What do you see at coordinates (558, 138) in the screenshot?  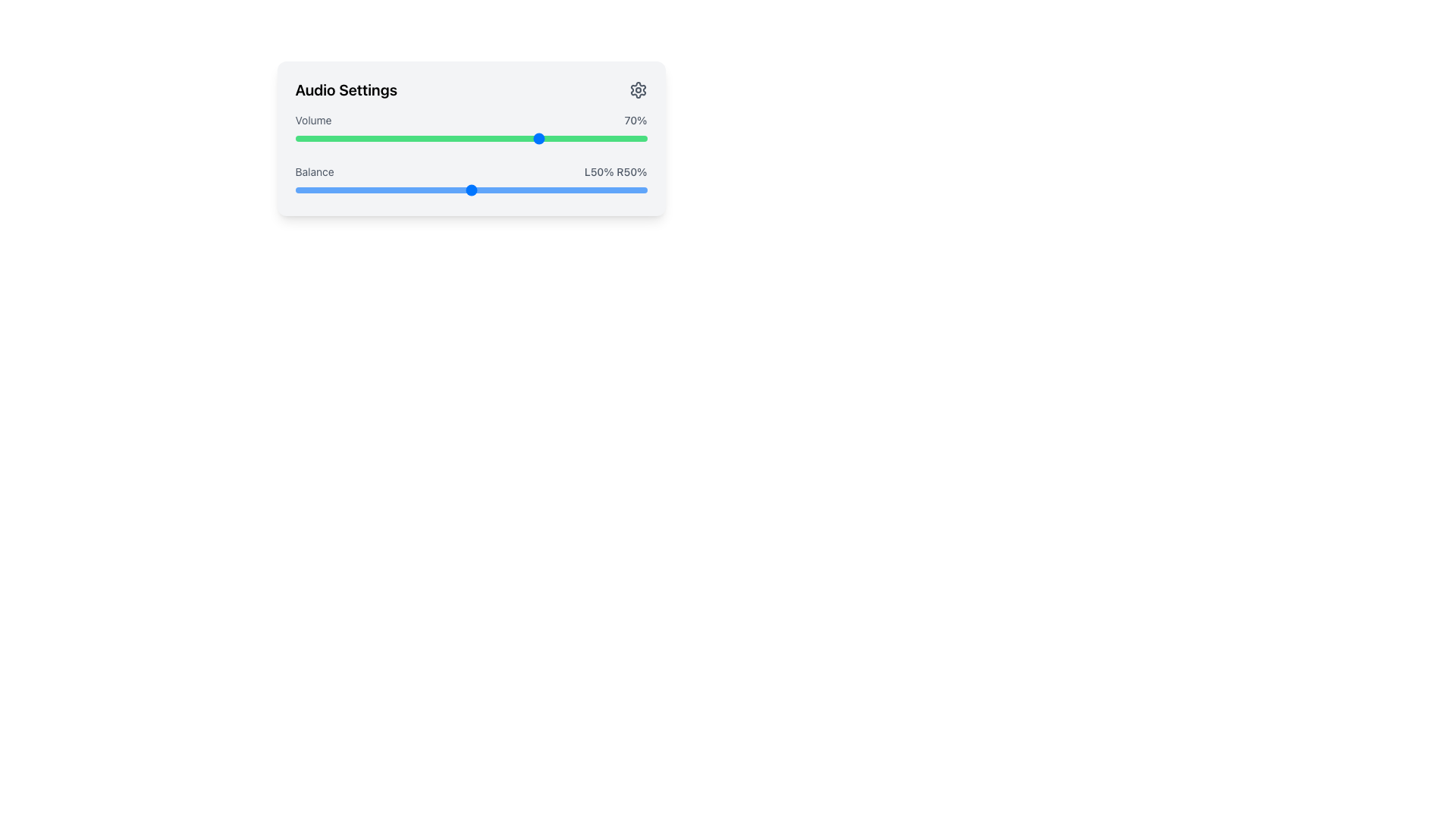 I see `volume` at bounding box center [558, 138].